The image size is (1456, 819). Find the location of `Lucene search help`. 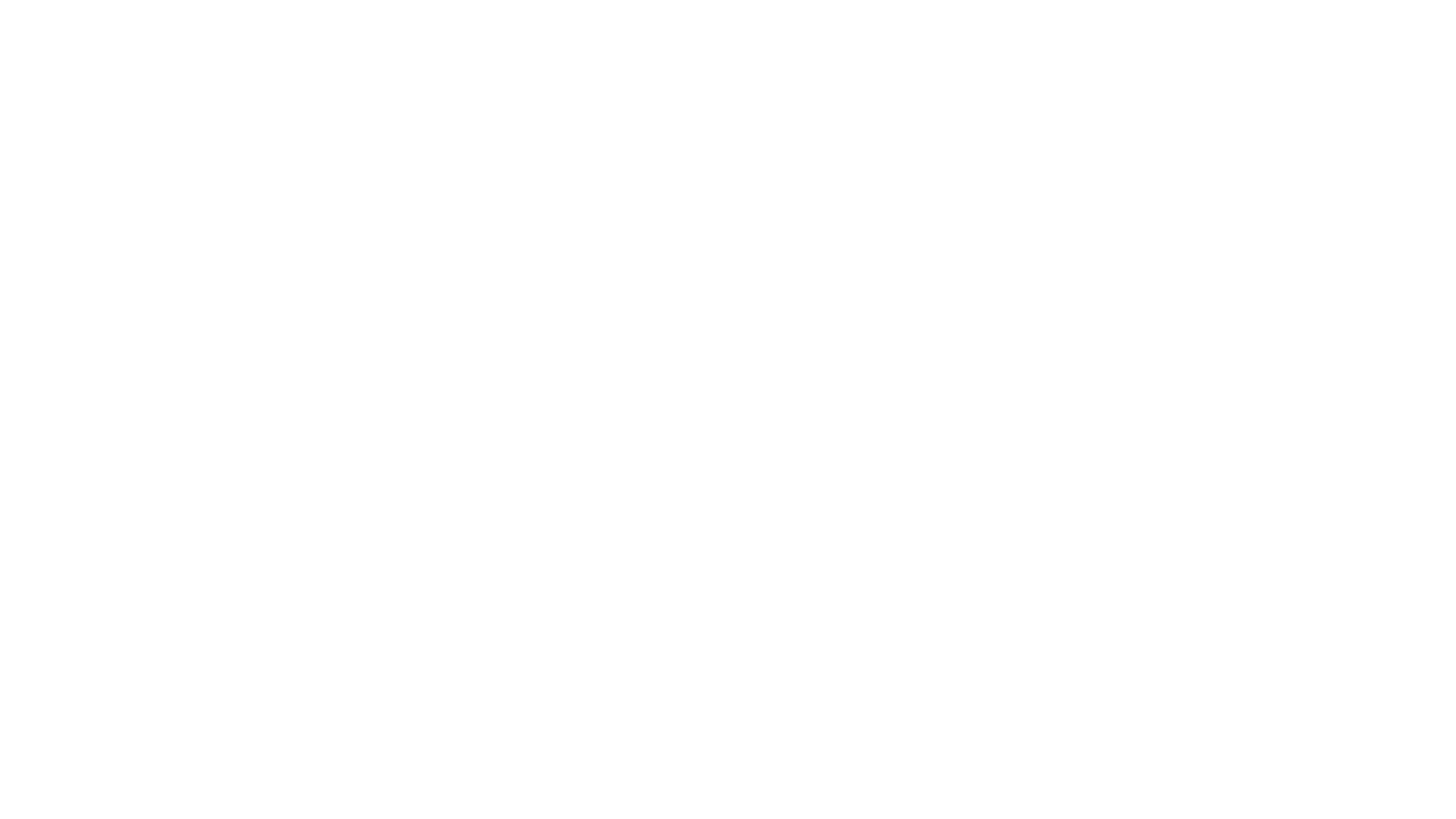

Lucene search help is located at coordinates (1027, 275).